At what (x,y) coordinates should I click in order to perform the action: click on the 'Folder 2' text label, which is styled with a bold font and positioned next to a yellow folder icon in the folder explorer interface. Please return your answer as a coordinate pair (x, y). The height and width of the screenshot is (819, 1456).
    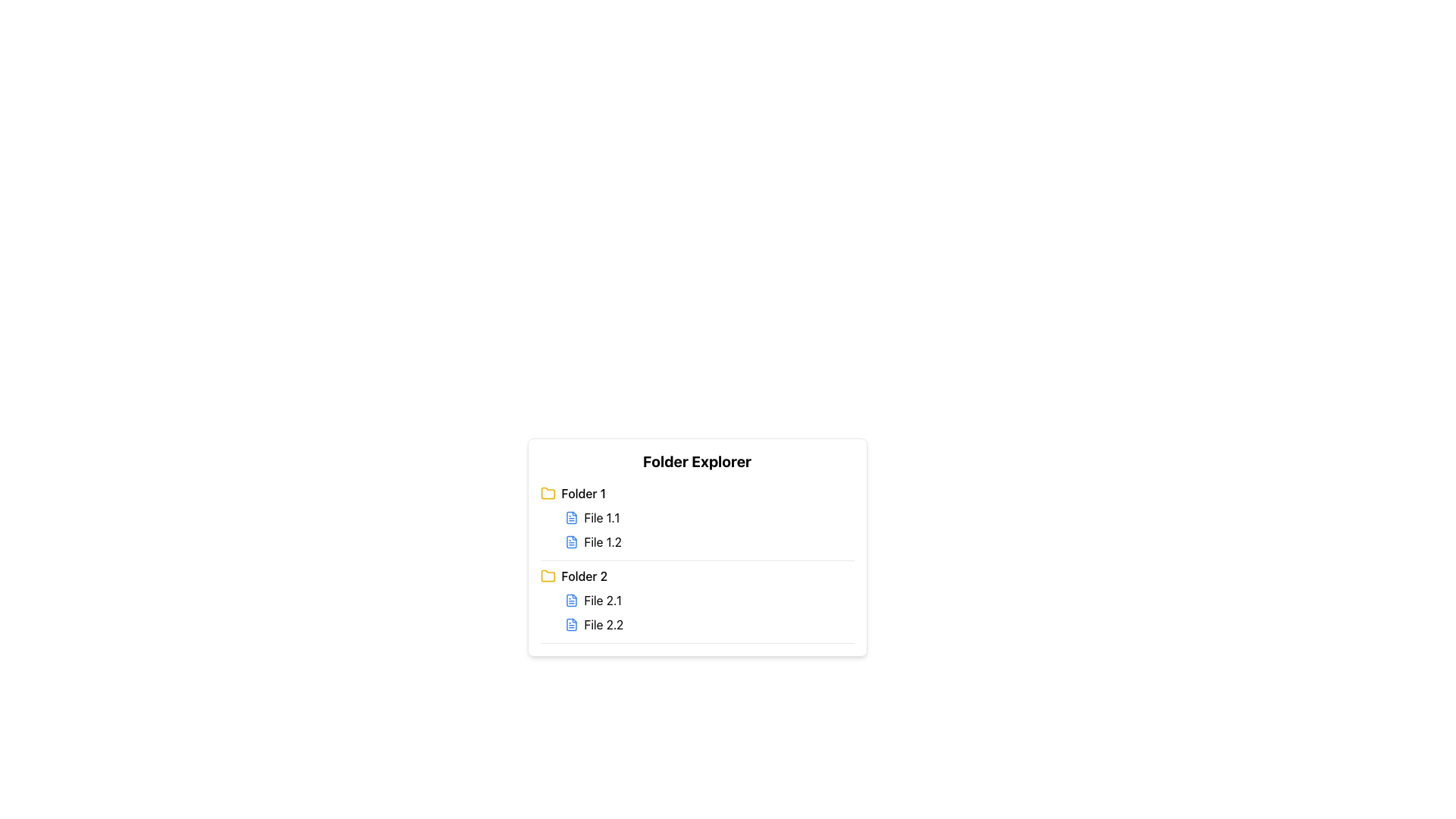
    Looking at the image, I should click on (583, 576).